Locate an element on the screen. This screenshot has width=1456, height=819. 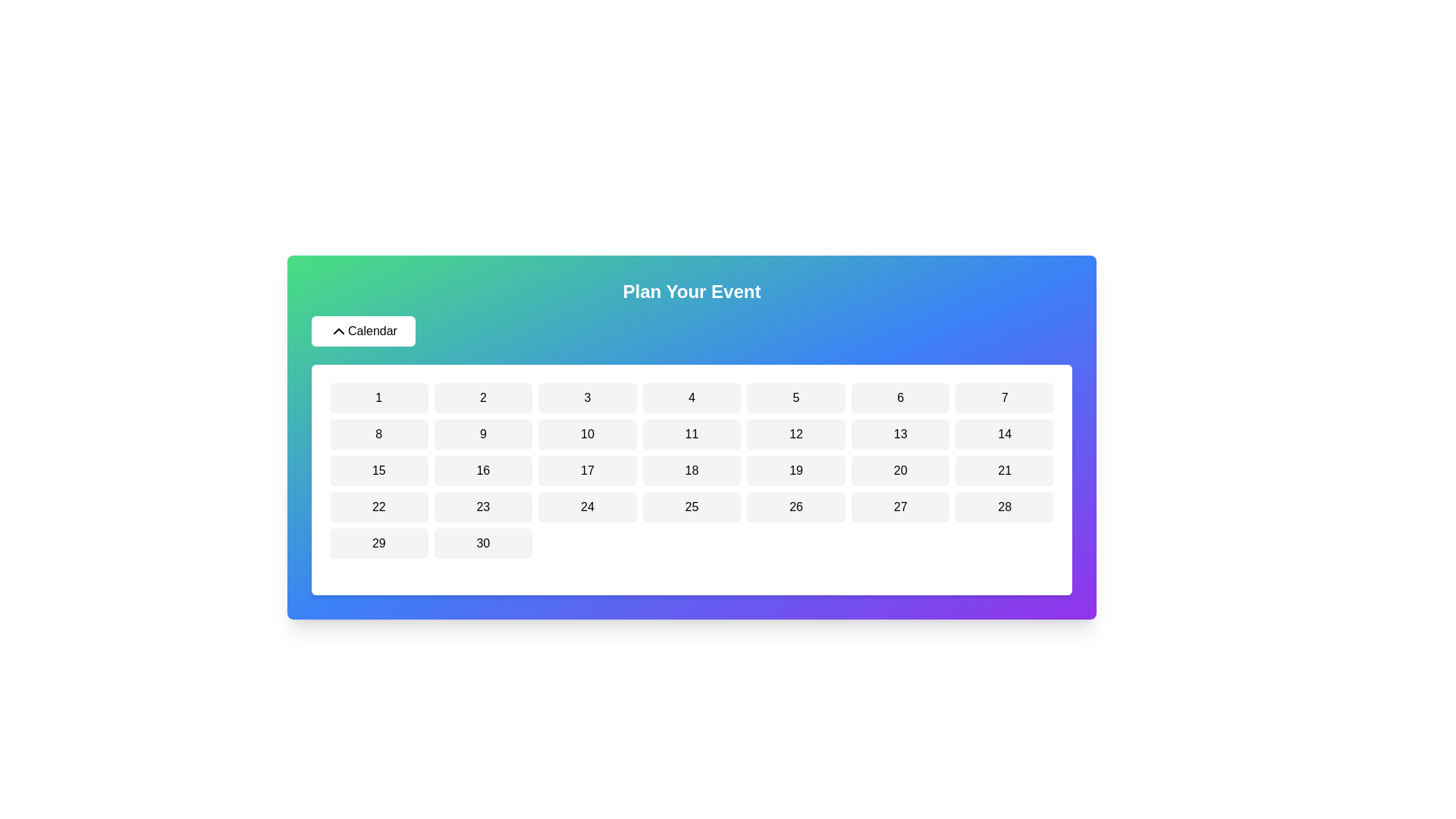
the button representing the number option in the grid layout, specifically located in the third row and fifth column is located at coordinates (795, 470).